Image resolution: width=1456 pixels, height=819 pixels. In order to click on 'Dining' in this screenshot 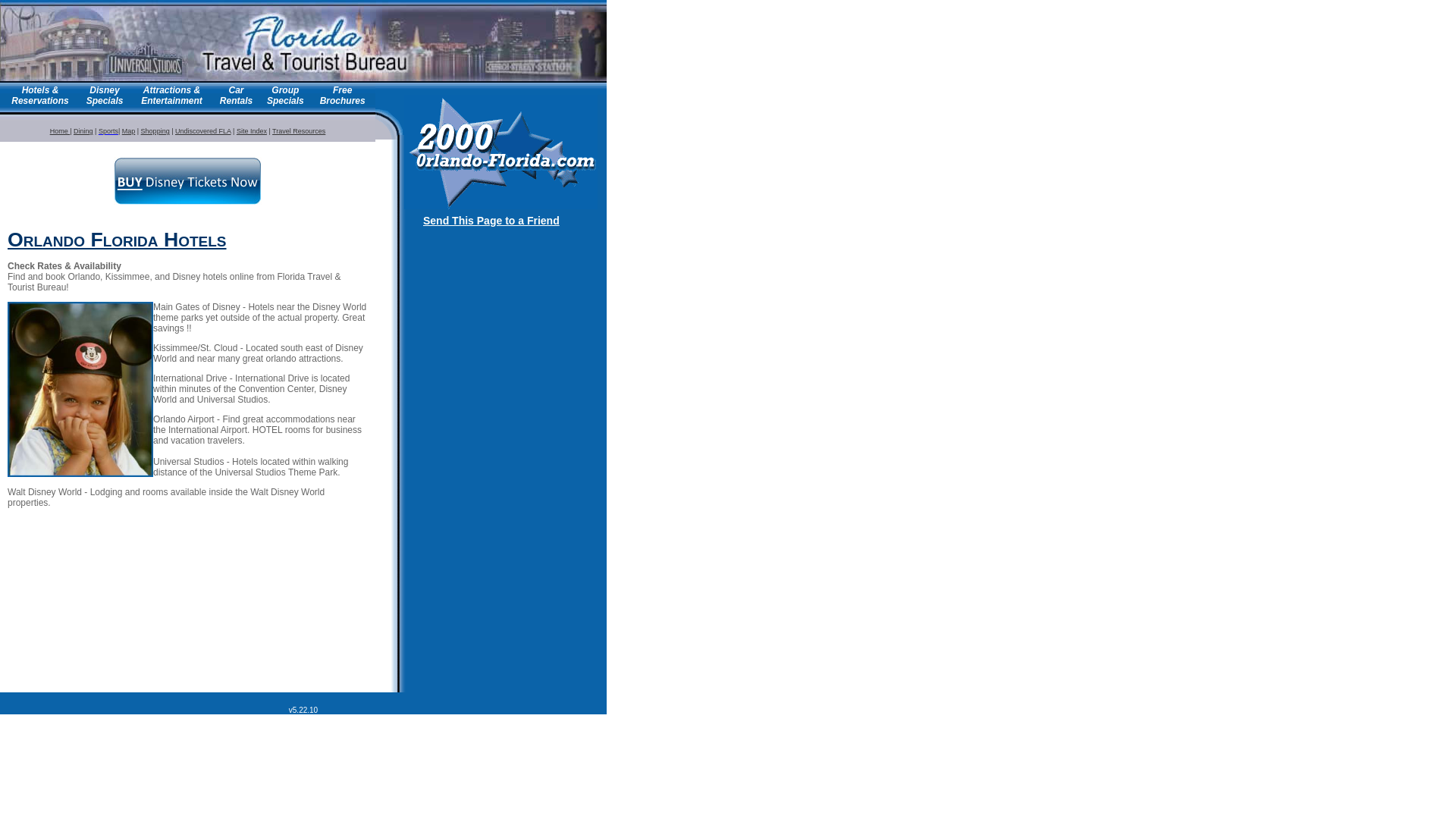, I will do `click(83, 130)`.